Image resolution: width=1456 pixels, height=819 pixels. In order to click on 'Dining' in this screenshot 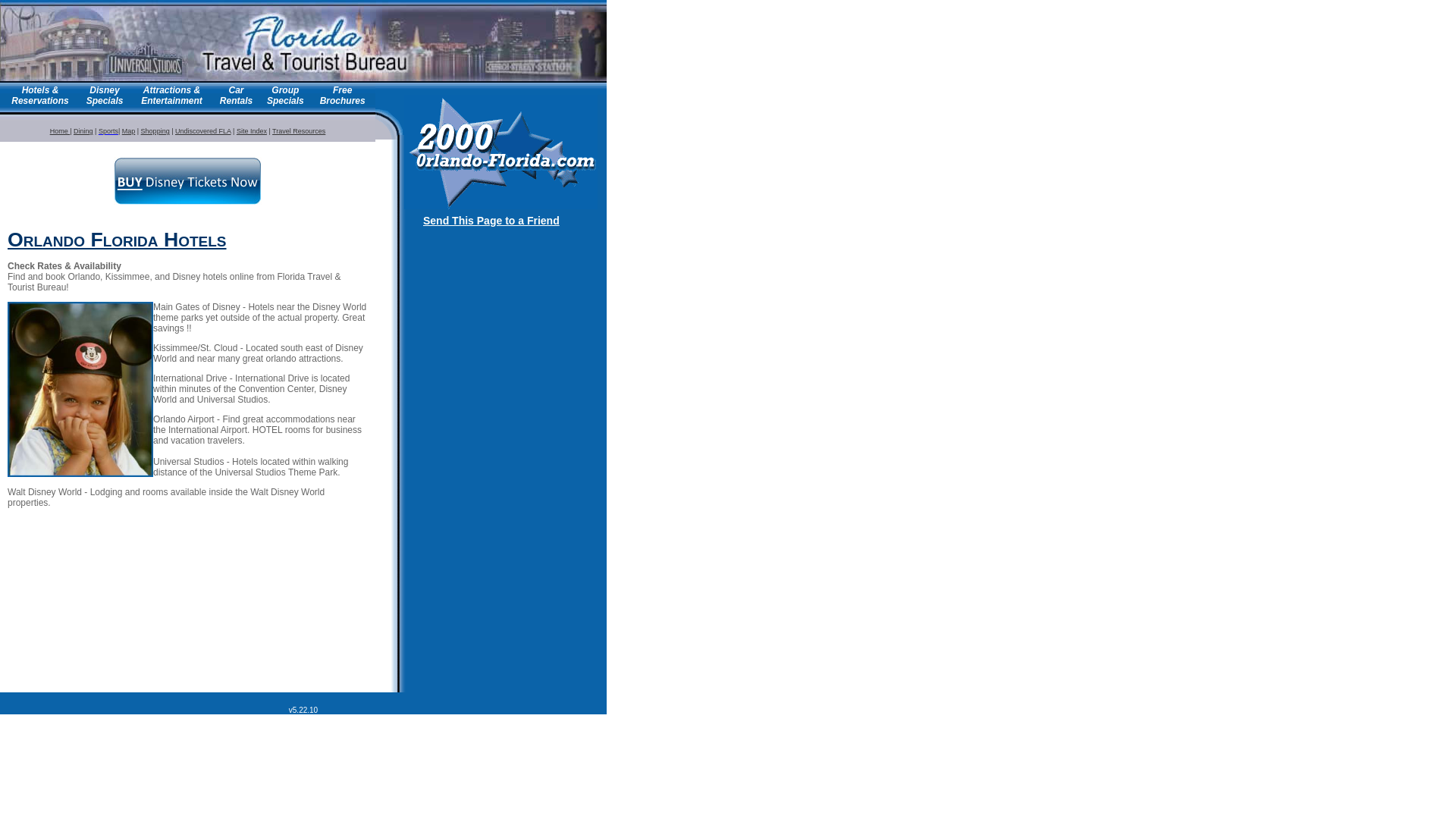, I will do `click(83, 130)`.